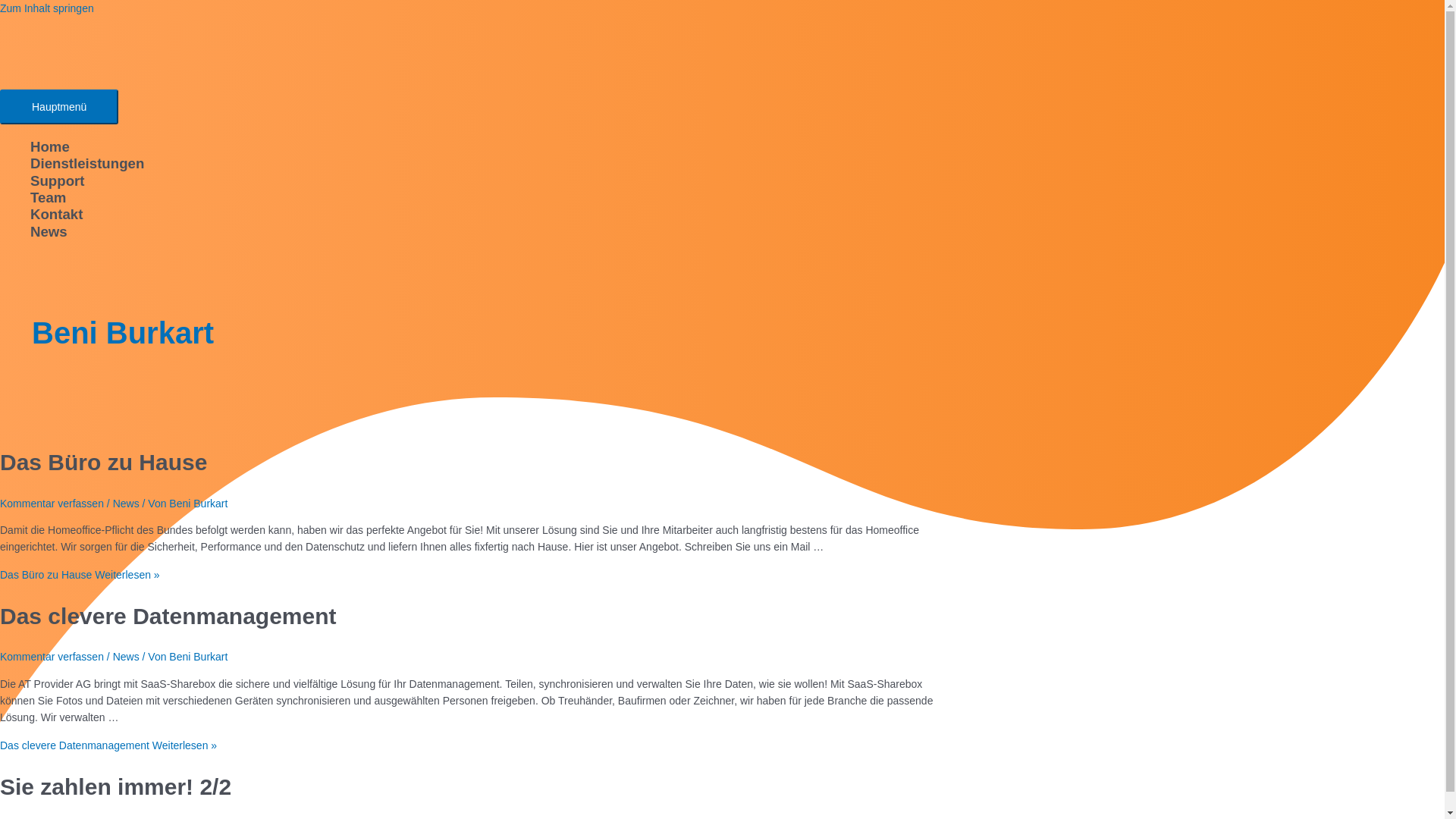 The image size is (1456, 819). I want to click on 'Sie zahlen immer! 2/2', so click(115, 786).